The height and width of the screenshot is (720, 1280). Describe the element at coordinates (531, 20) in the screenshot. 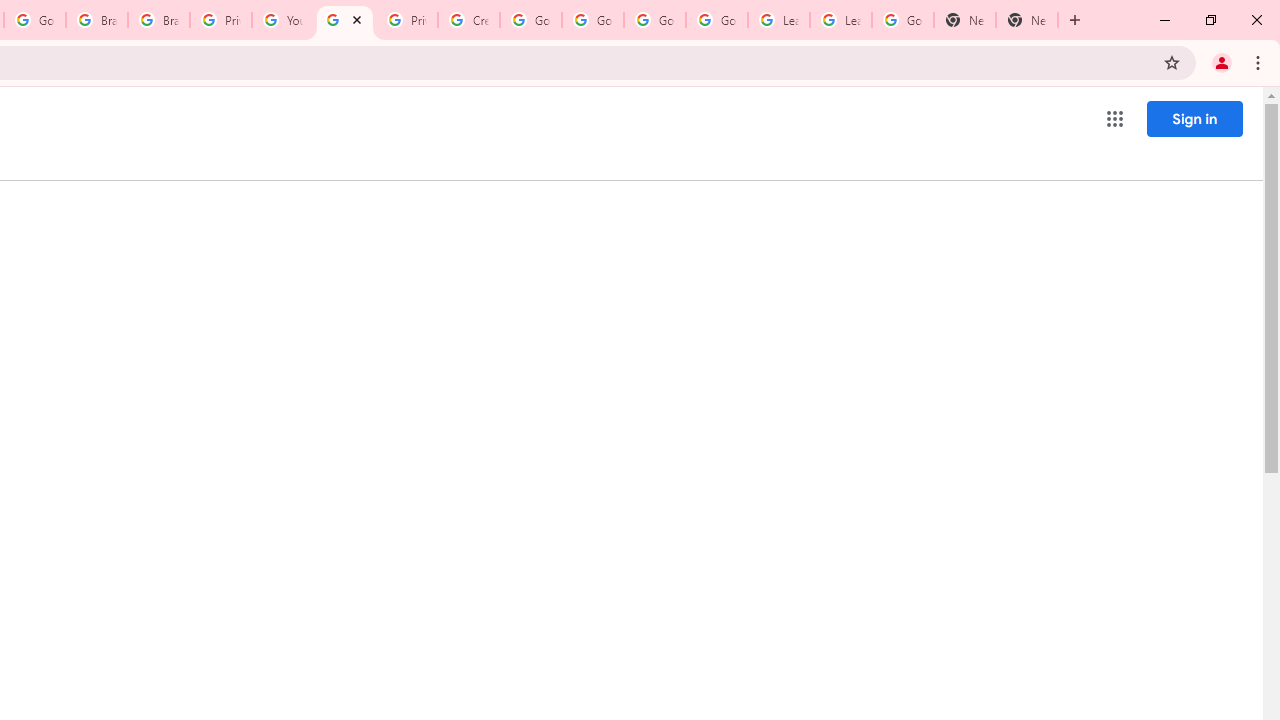

I see `'Google Account Help'` at that location.